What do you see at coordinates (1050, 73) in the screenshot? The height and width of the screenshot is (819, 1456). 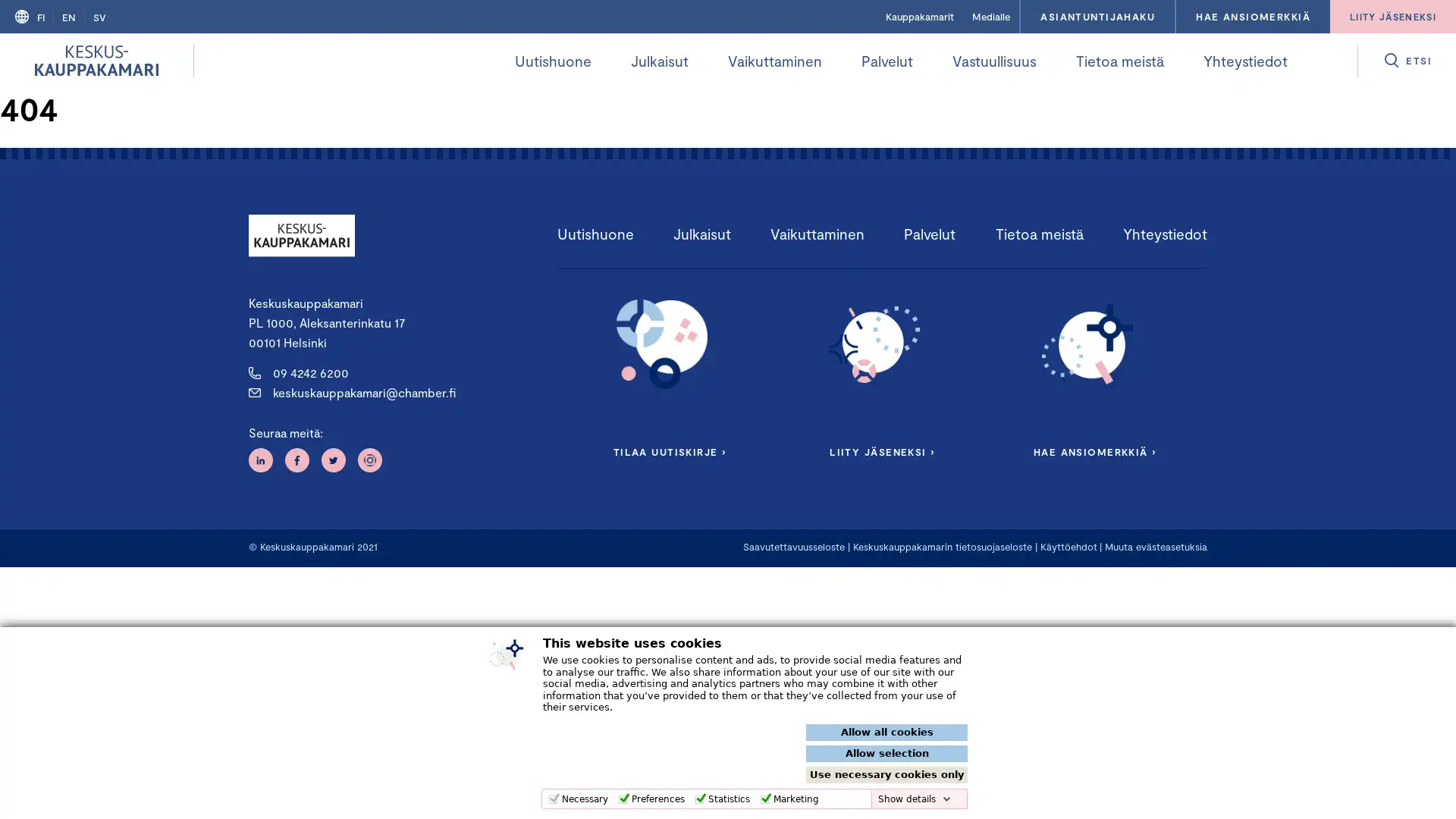 I see `Avaa alivalikko kohteelle Vastuullisuus` at bounding box center [1050, 73].